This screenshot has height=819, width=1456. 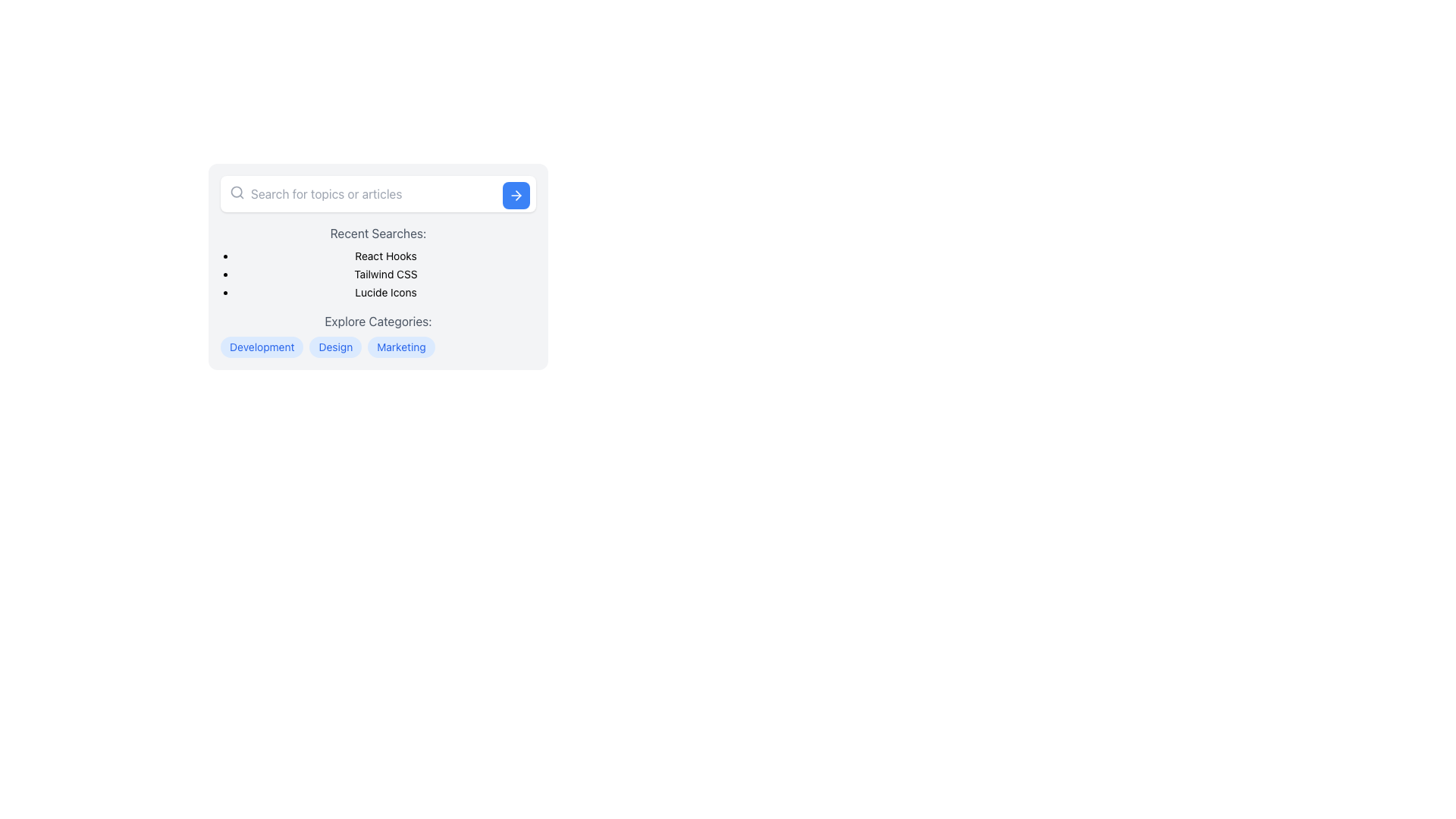 I want to click on the static informational list displaying recently searched topics, located below the search bar and above the 'Explore Categories' section, so click(x=378, y=262).